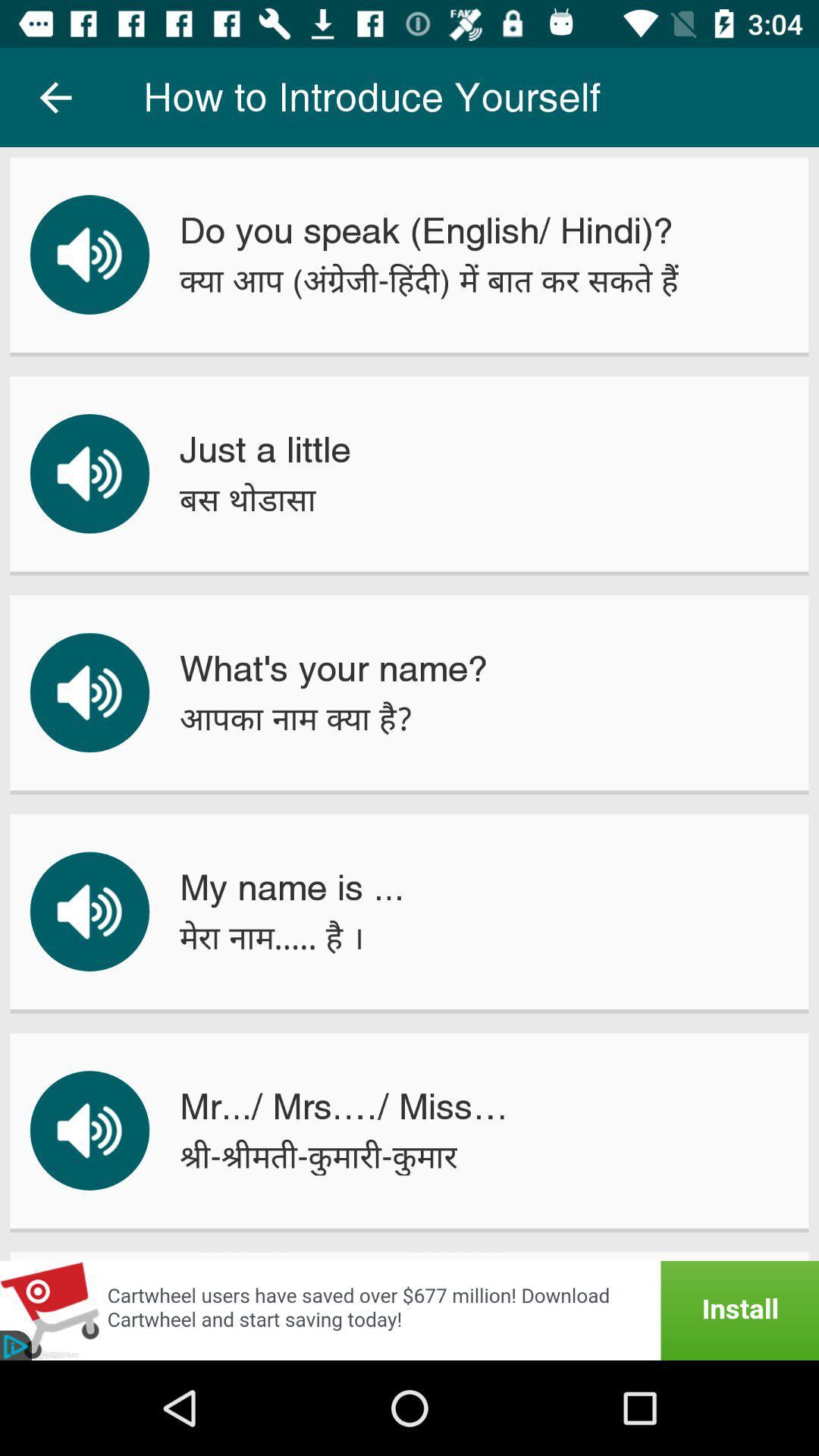  Describe the element at coordinates (296, 717) in the screenshot. I see `icon below what s your` at that location.